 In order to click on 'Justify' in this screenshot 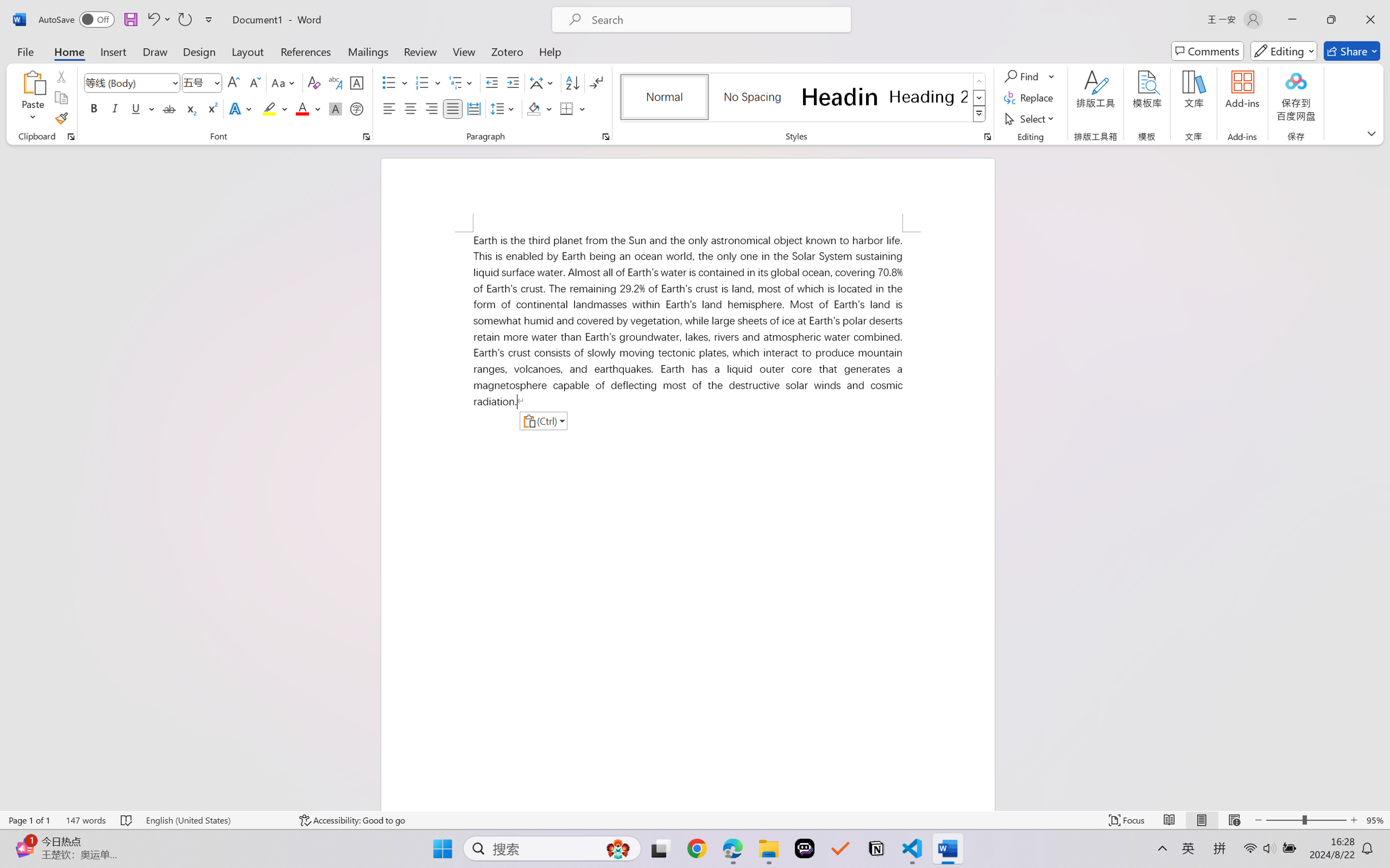, I will do `click(452, 108)`.